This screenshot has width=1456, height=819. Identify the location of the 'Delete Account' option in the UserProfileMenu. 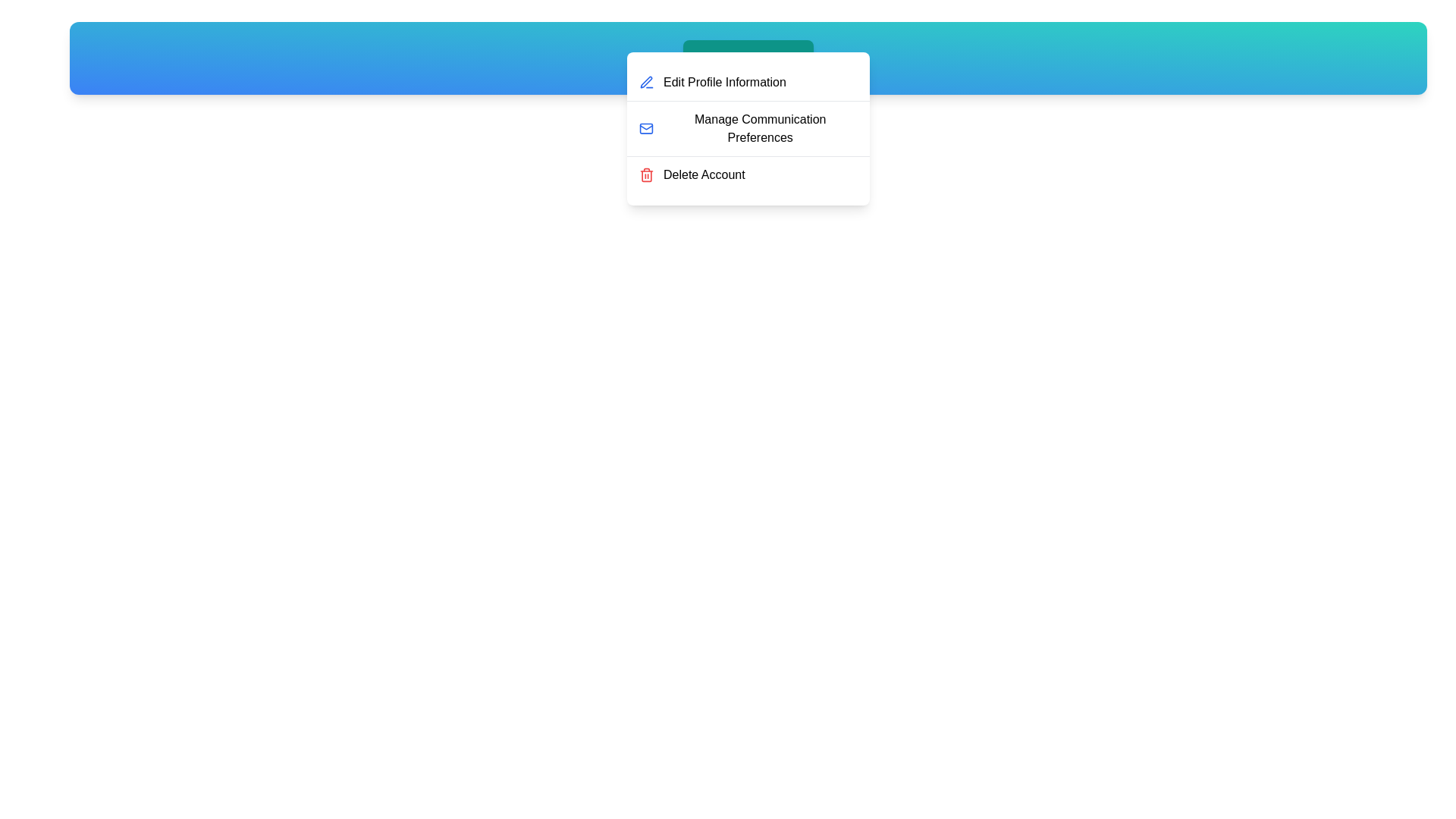
(748, 174).